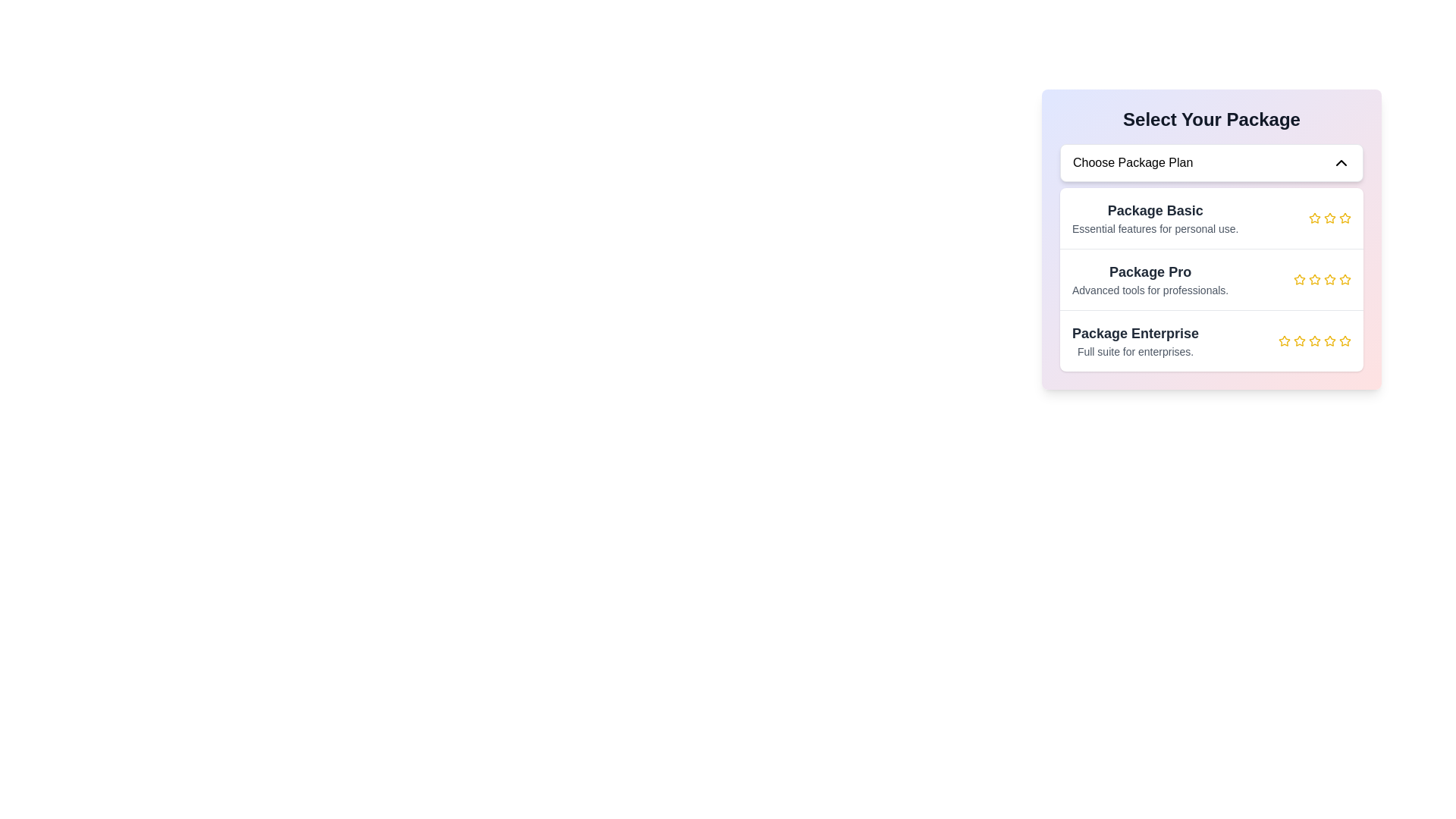  What do you see at coordinates (1298, 340) in the screenshot?
I see `the gold-colored outlined star icon, which is the third star in the 5-star rating system associated with the 'Package Enterprise' option on the pricing selection card` at bounding box center [1298, 340].